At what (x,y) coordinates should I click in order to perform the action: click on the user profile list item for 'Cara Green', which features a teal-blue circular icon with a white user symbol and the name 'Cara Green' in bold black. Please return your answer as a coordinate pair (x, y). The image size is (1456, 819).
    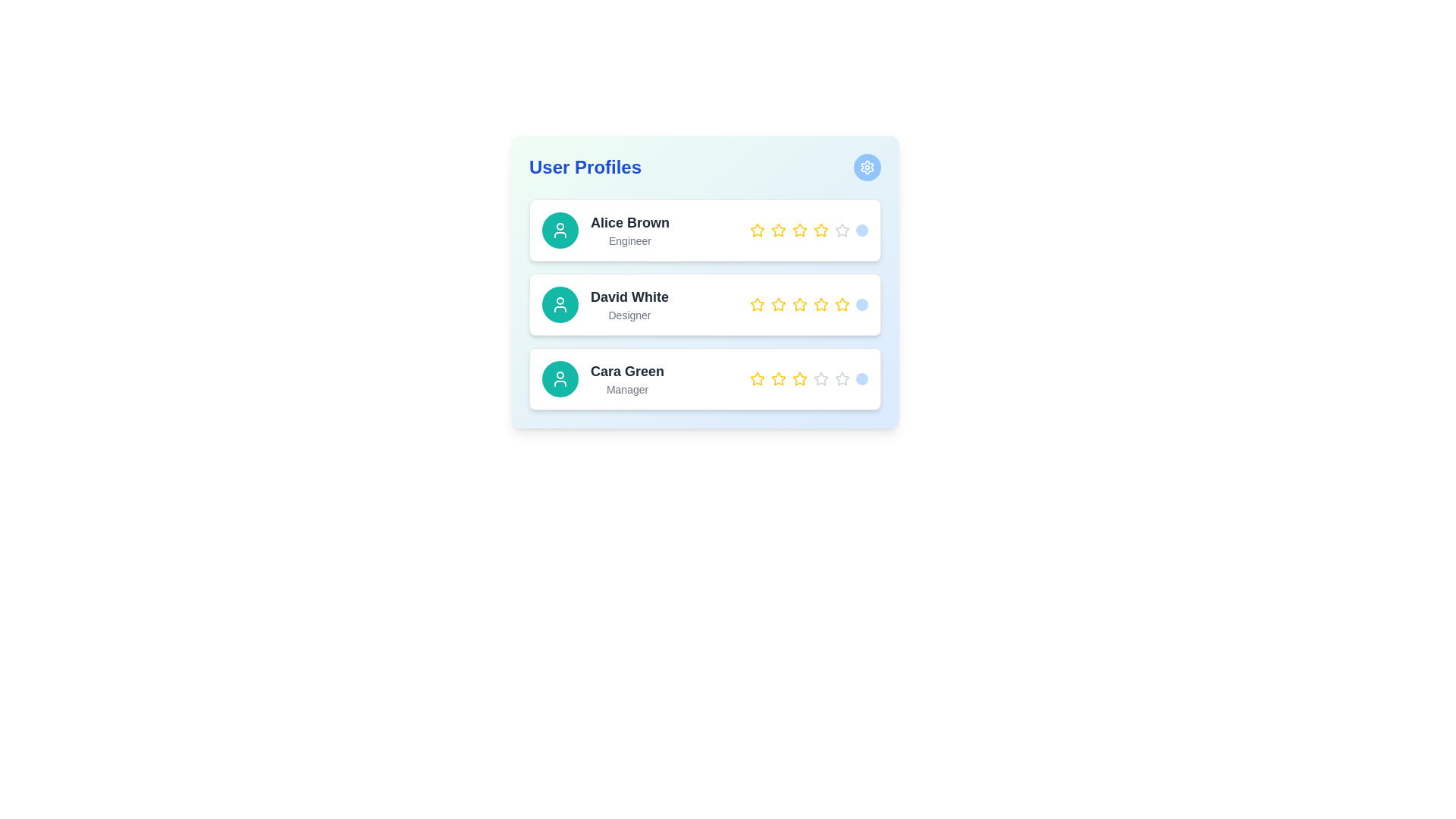
    Looking at the image, I should click on (602, 378).